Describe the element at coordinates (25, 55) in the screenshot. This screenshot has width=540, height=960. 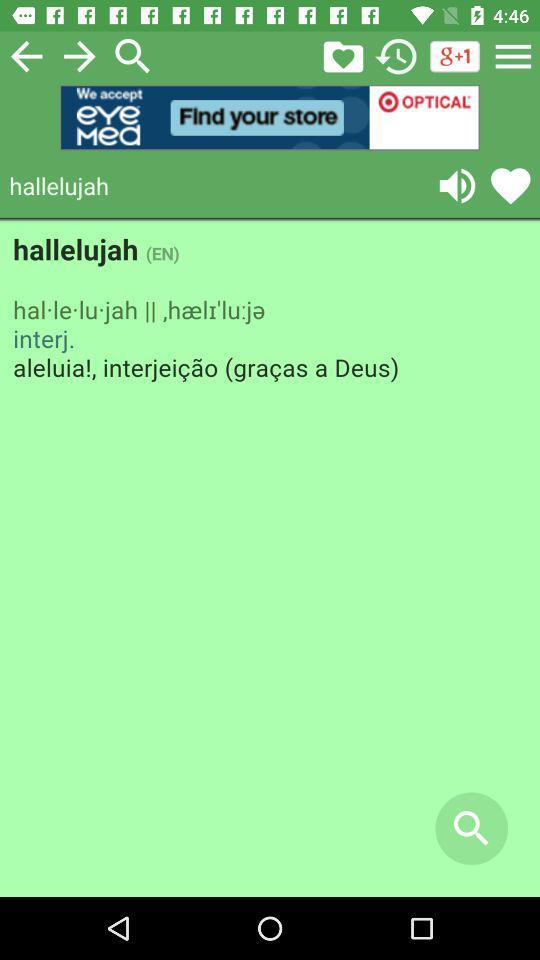
I see `back` at that location.